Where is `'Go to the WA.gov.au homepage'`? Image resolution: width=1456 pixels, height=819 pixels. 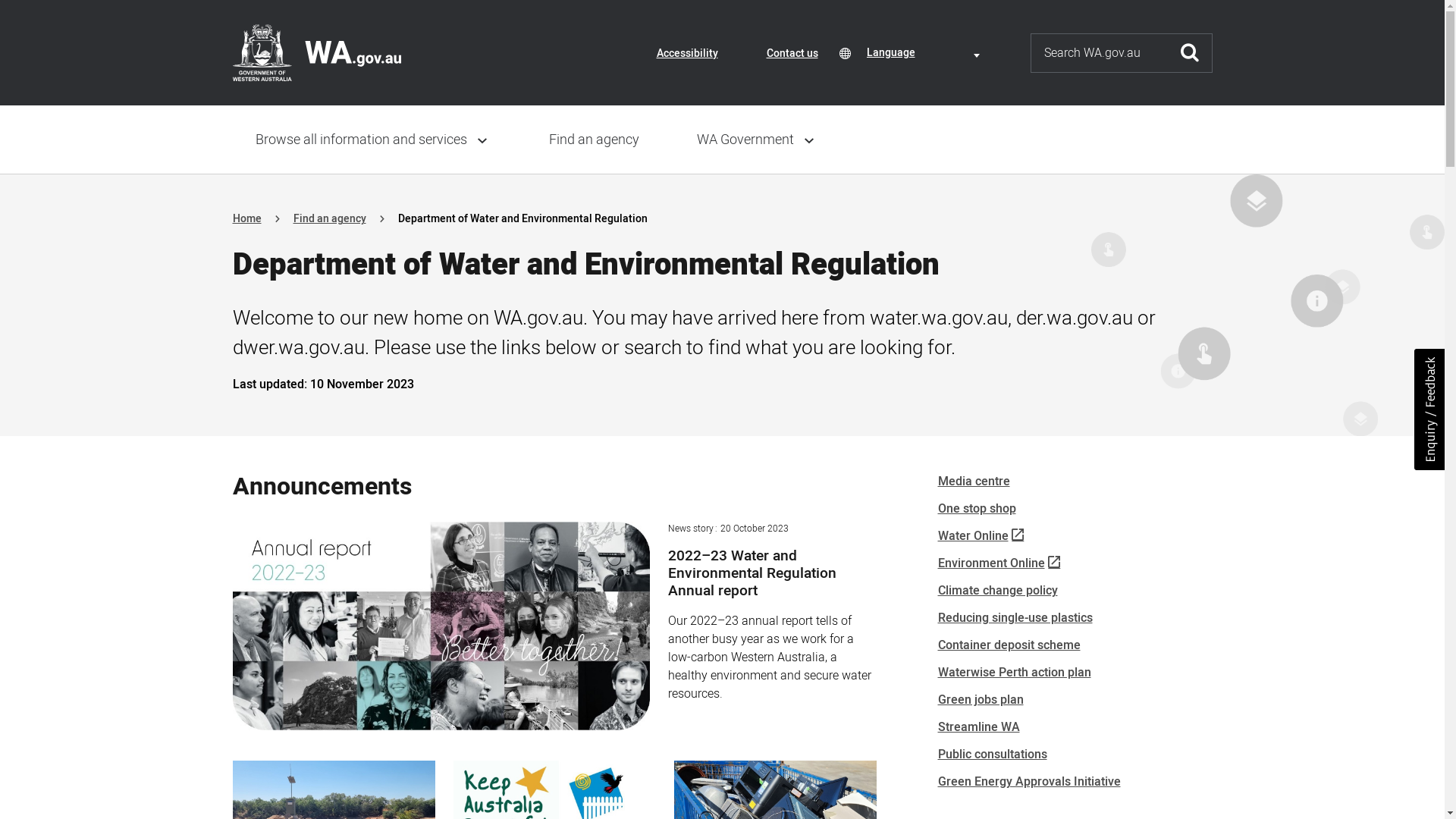 'Go to the WA.gov.au homepage' is located at coordinates (231, 52).